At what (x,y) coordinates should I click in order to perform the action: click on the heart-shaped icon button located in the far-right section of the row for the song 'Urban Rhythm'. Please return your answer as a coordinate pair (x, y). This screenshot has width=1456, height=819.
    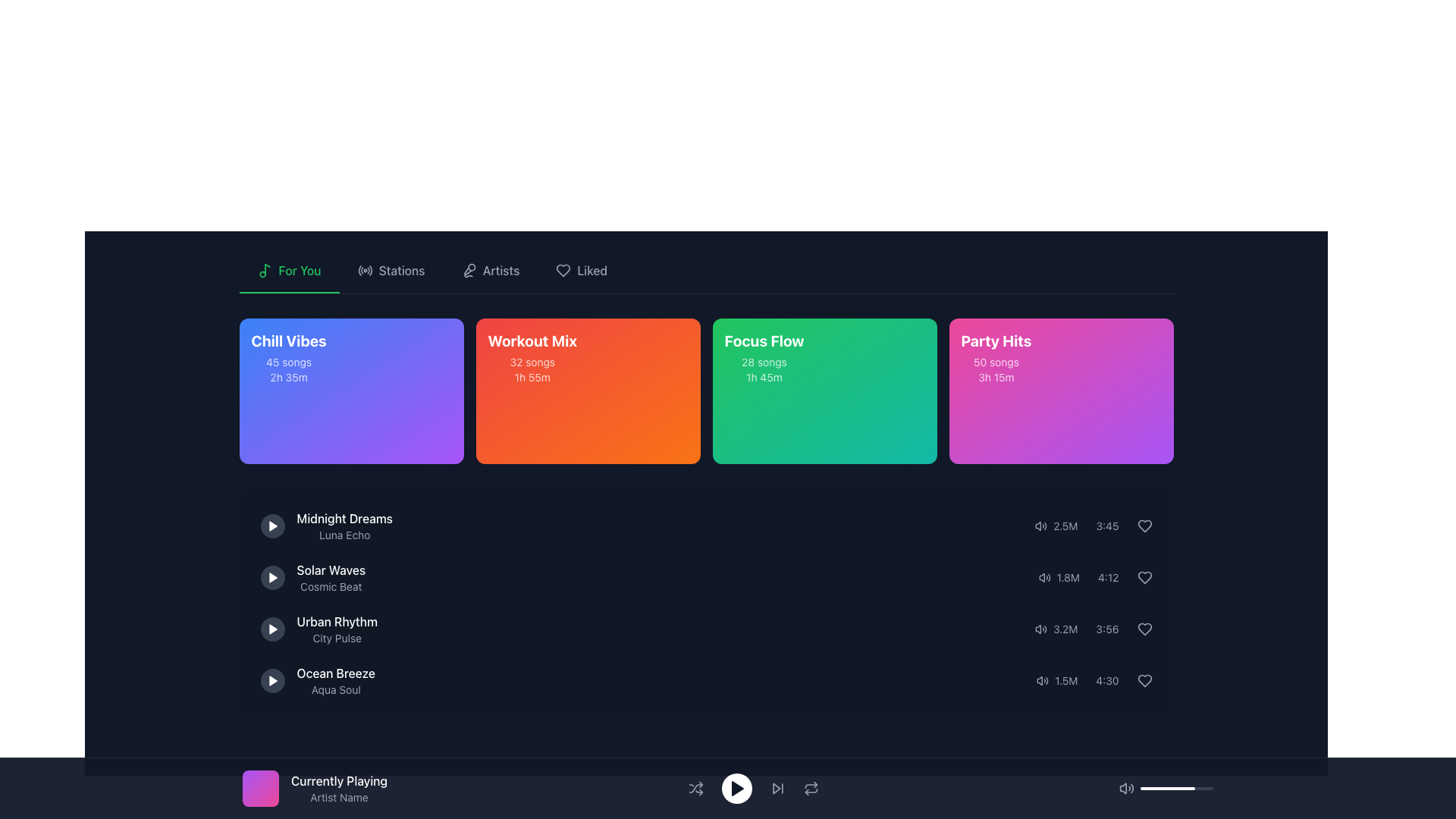
    Looking at the image, I should click on (1144, 629).